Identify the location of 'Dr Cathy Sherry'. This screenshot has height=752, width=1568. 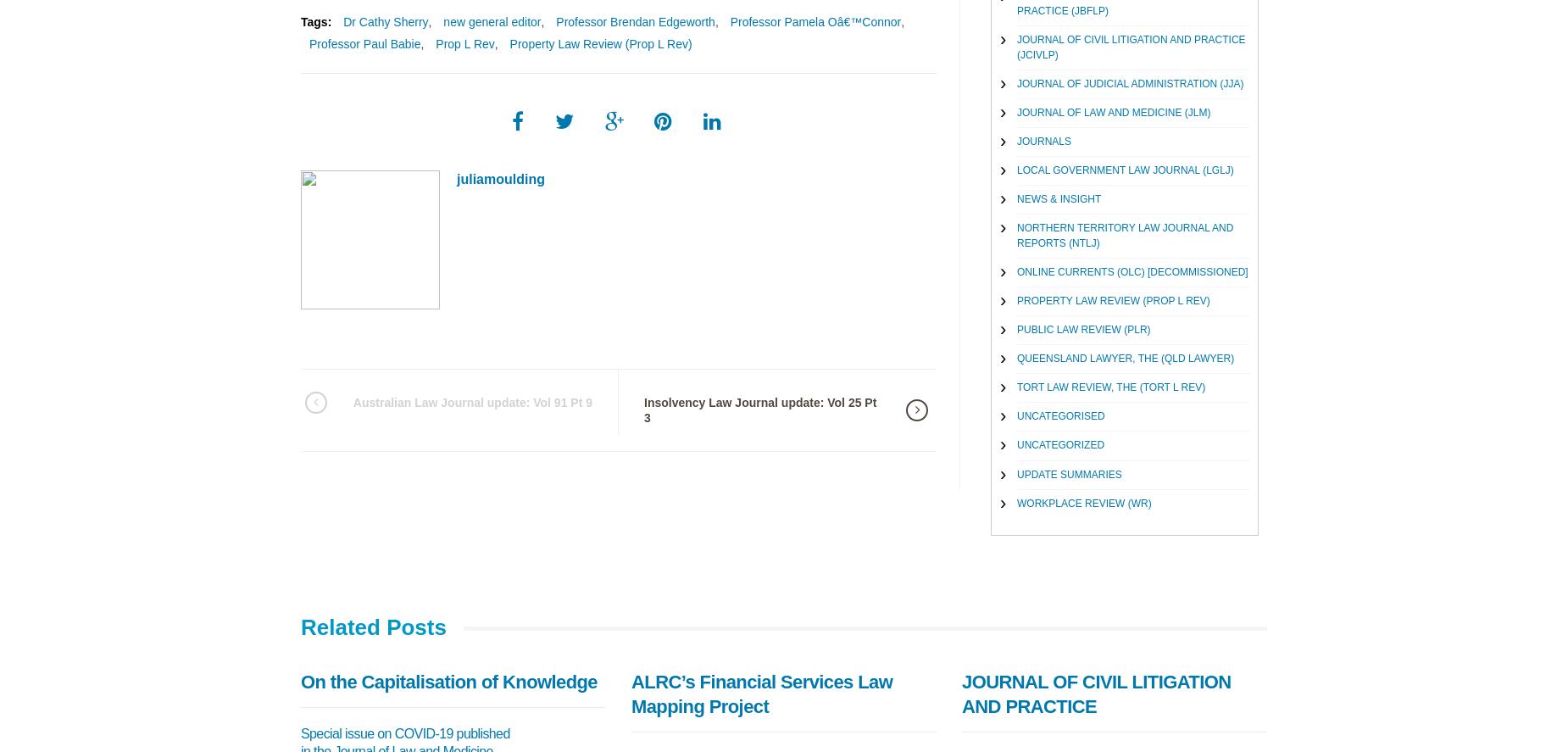
(384, 21).